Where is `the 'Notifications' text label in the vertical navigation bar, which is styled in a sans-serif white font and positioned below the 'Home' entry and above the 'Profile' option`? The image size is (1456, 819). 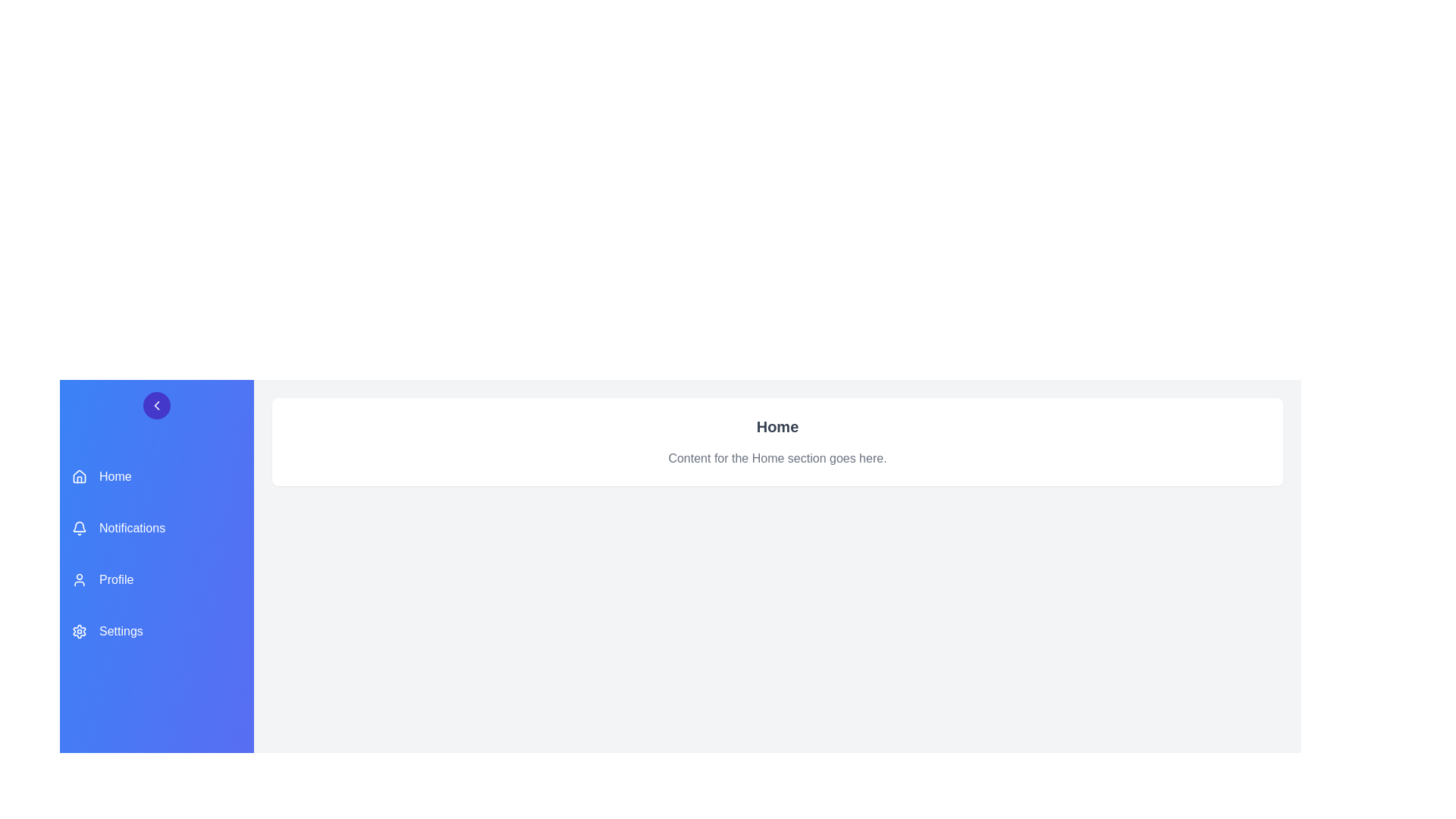
the 'Notifications' text label in the vertical navigation bar, which is styled in a sans-serif white font and positioned below the 'Home' entry and above the 'Profile' option is located at coordinates (132, 528).